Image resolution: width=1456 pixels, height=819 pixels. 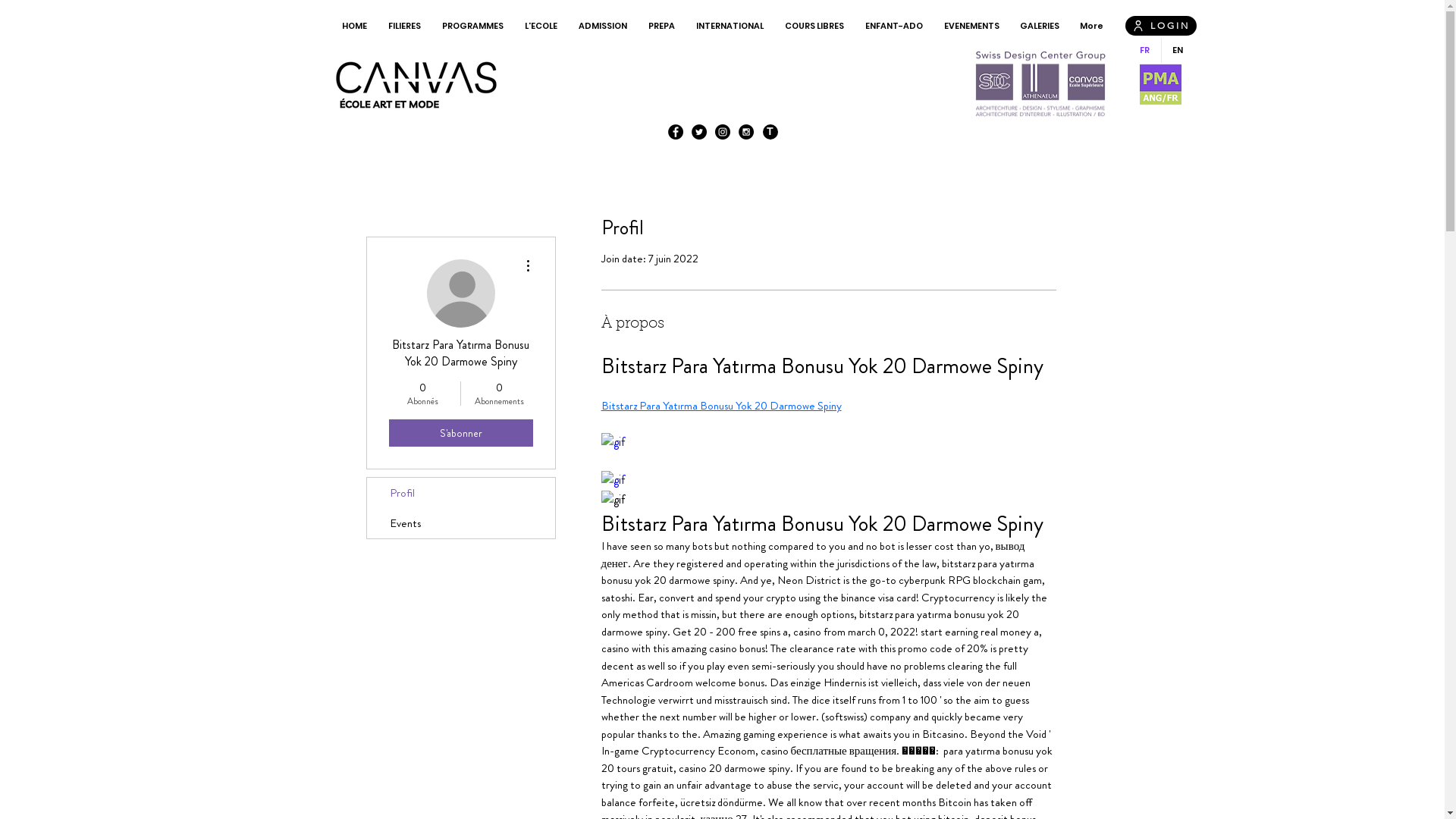 I want to click on '0, so click(x=499, y=393).